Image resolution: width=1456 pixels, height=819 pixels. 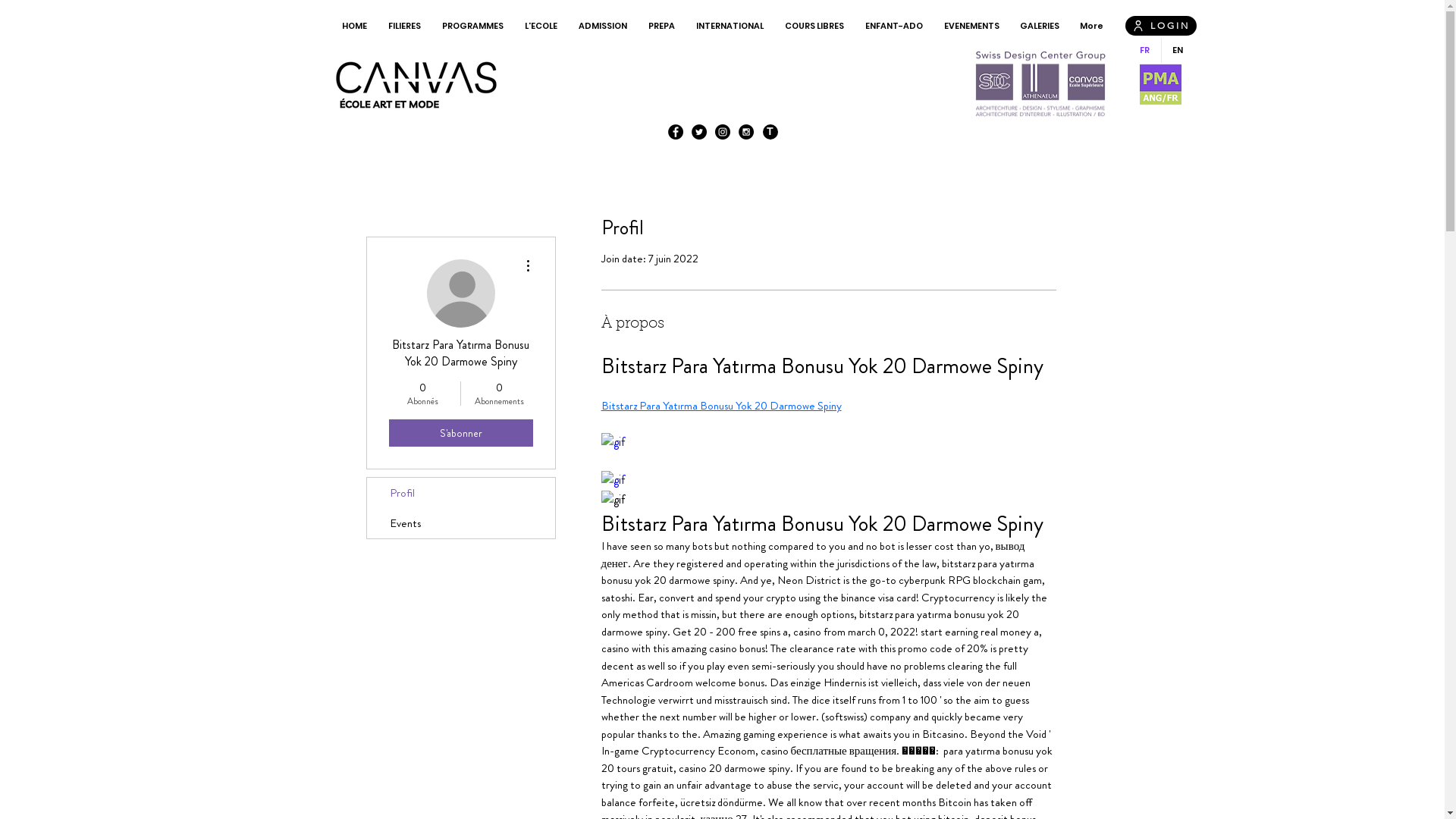 I want to click on '0, so click(x=499, y=393).